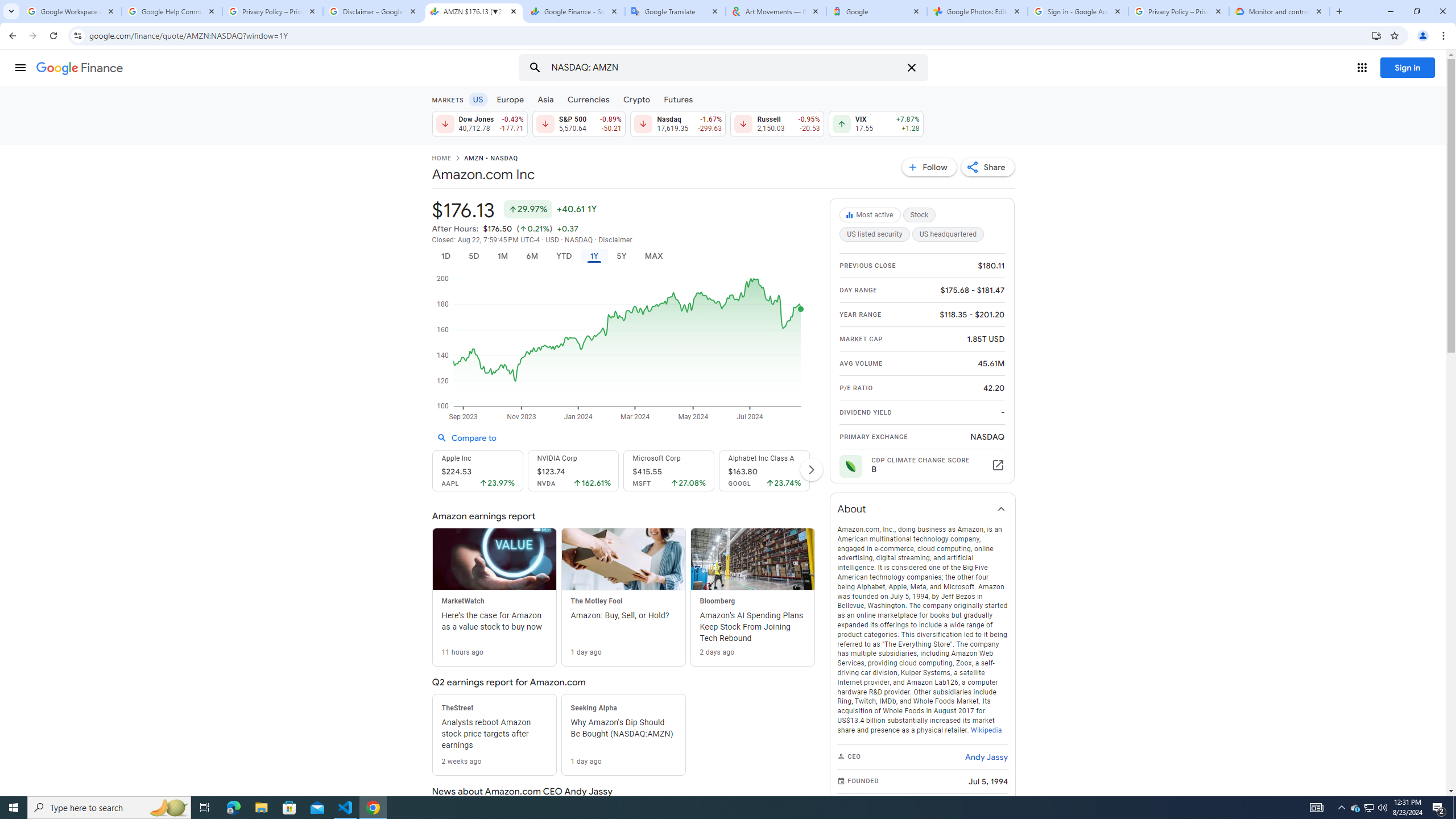 The image size is (1456, 819). What do you see at coordinates (987, 166) in the screenshot?
I see `'Share'` at bounding box center [987, 166].